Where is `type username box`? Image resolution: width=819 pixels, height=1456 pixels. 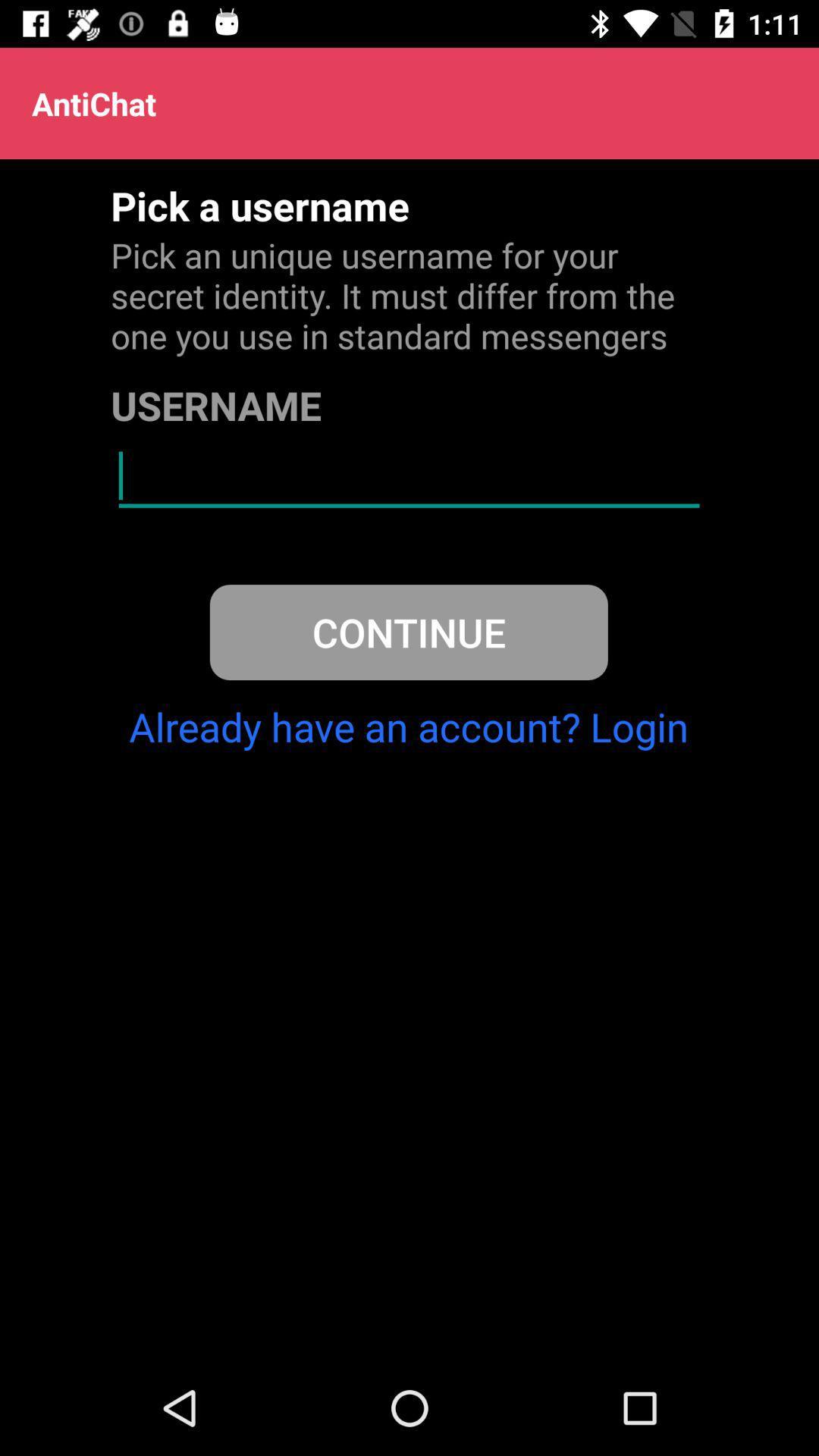
type username box is located at coordinates (408, 475).